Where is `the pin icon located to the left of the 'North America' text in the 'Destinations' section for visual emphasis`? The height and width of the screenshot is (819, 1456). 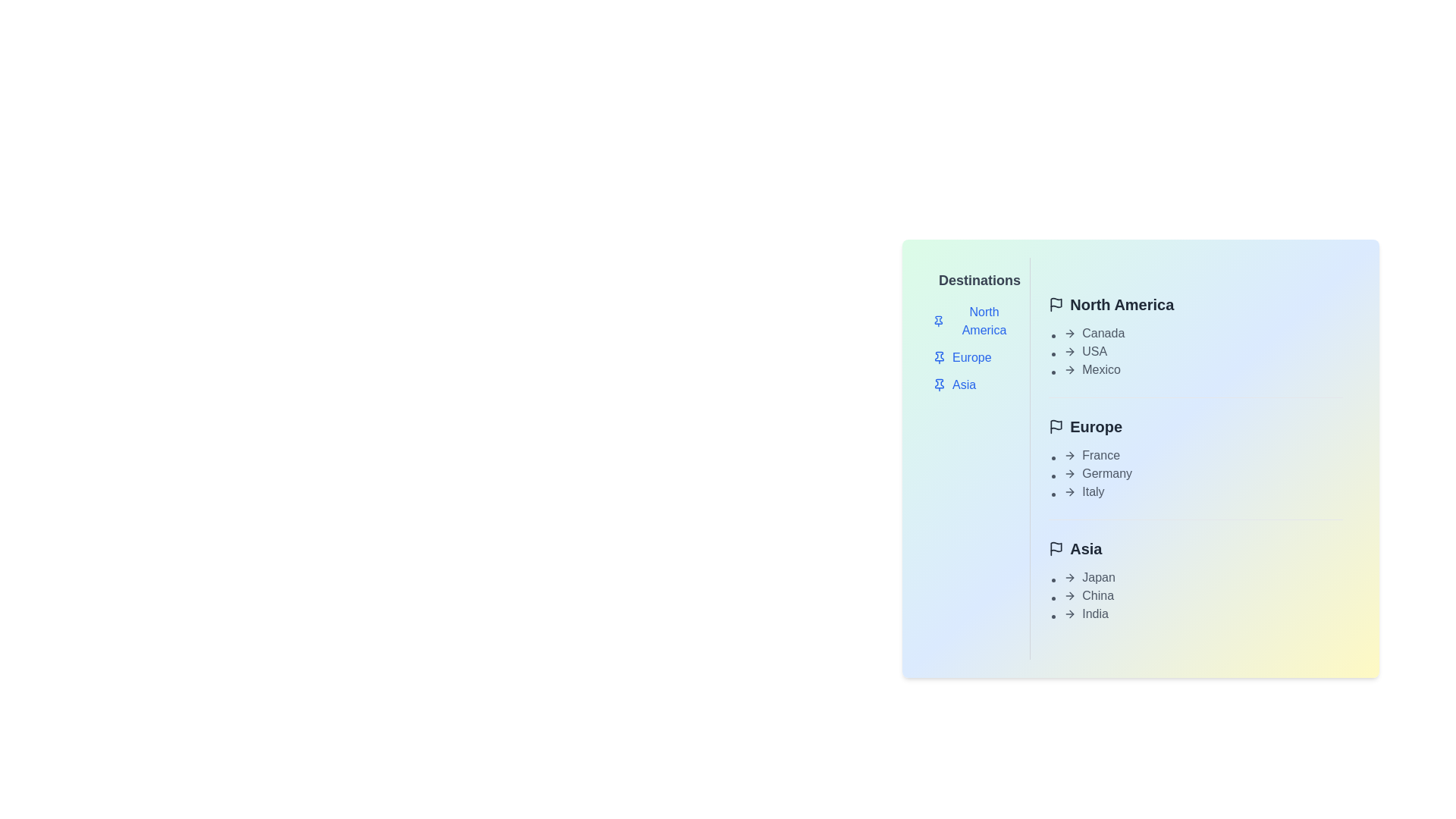
the pin icon located to the left of the 'North America' text in the 'Destinations' section for visual emphasis is located at coordinates (937, 321).